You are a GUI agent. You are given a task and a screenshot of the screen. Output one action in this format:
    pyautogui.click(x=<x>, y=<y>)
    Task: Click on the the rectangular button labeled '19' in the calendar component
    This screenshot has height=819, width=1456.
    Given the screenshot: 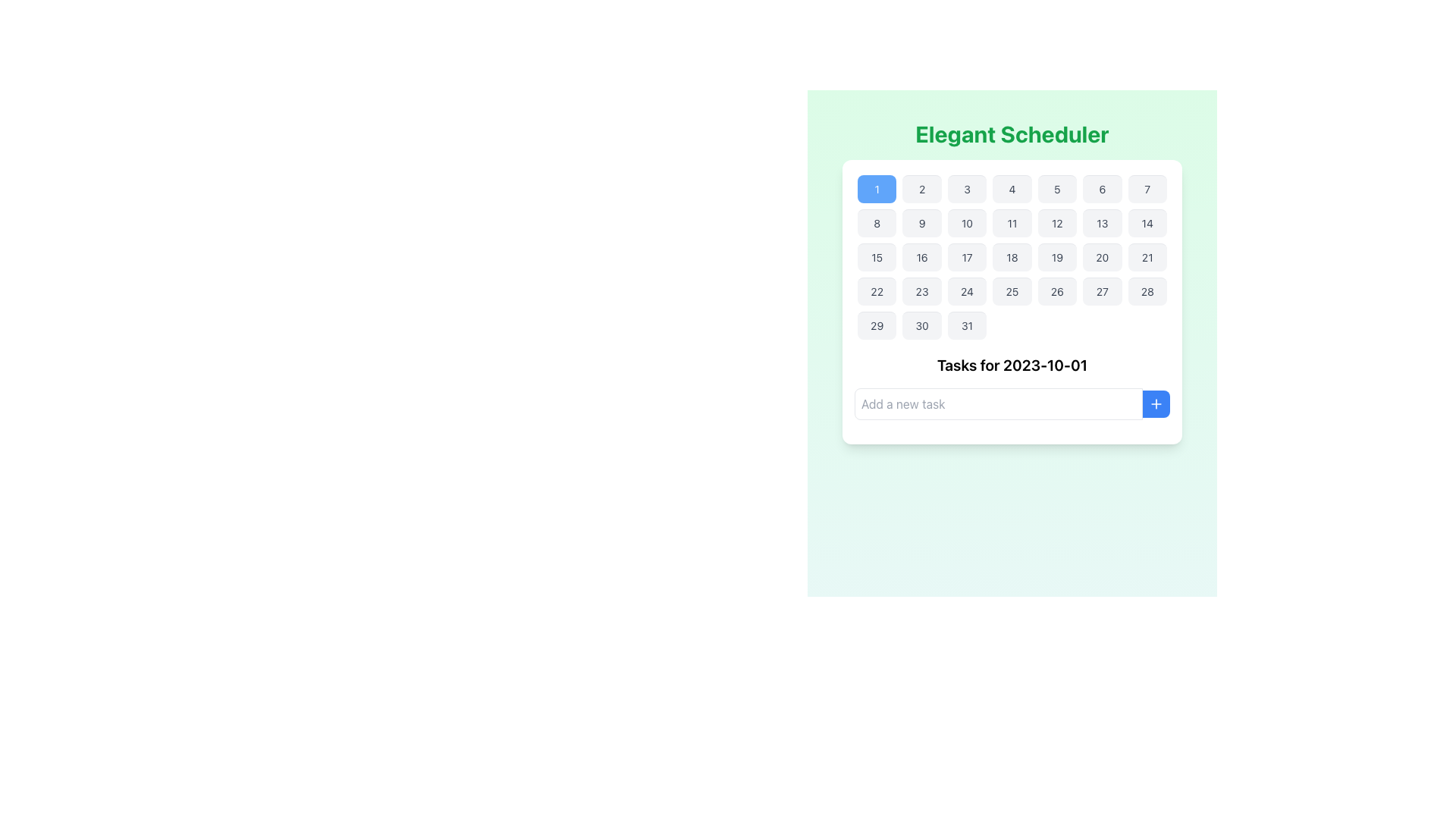 What is the action you would take?
    pyautogui.click(x=1056, y=256)
    